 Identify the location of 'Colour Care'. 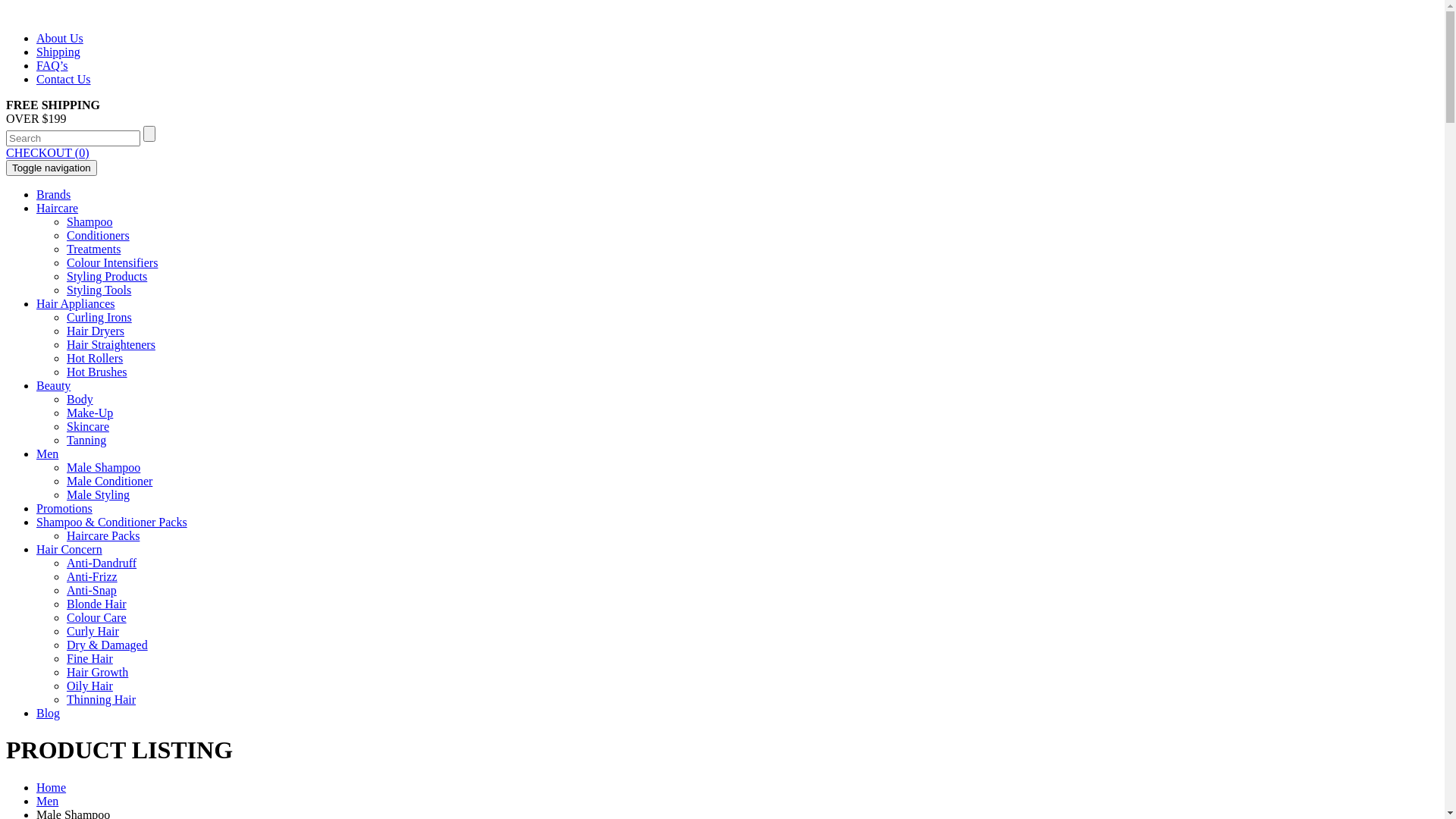
(65, 617).